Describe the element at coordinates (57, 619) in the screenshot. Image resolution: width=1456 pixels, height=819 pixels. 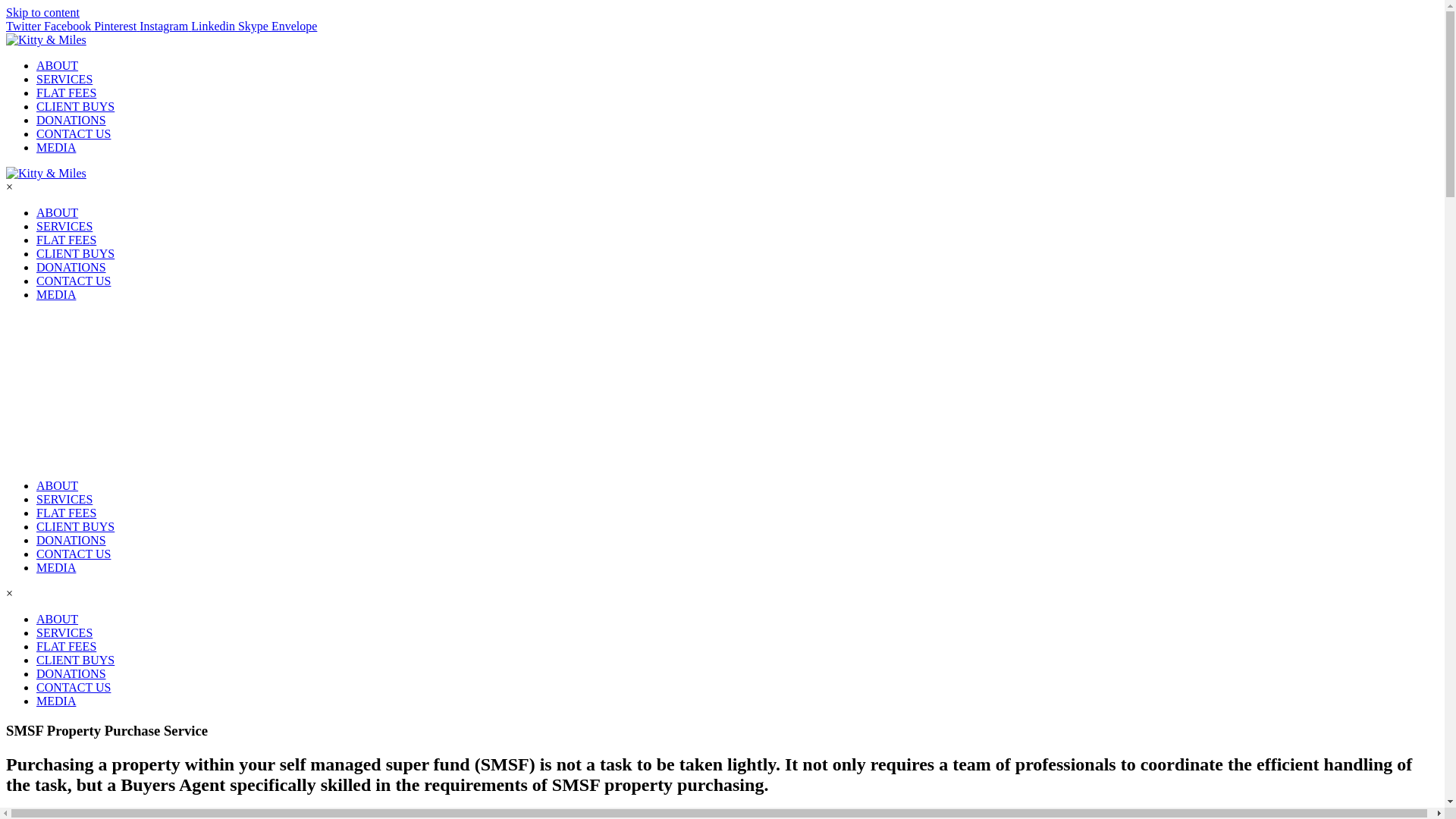
I see `'ABOUT'` at that location.